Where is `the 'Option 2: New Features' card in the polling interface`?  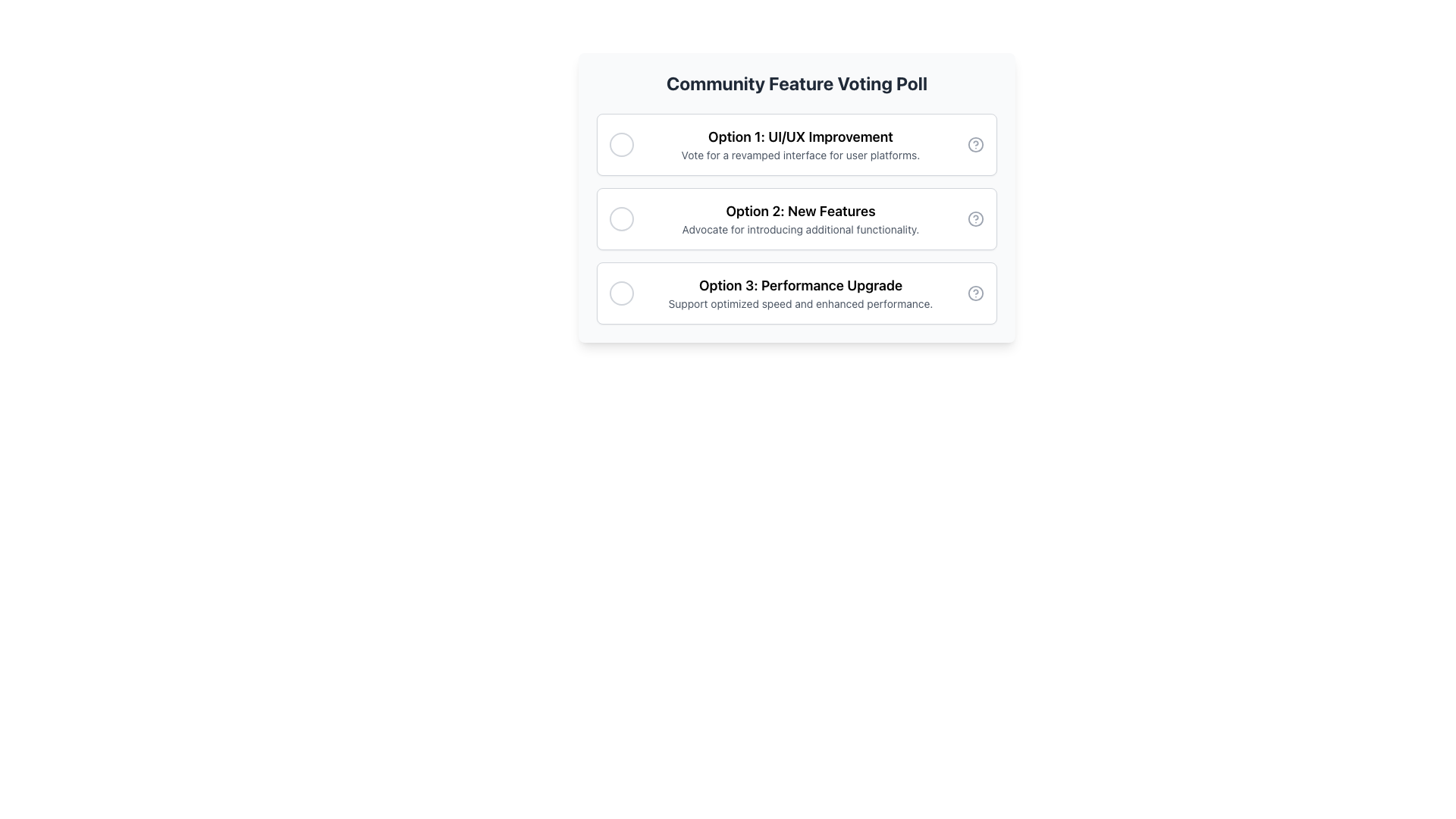 the 'Option 2: New Features' card in the polling interface is located at coordinates (796, 197).